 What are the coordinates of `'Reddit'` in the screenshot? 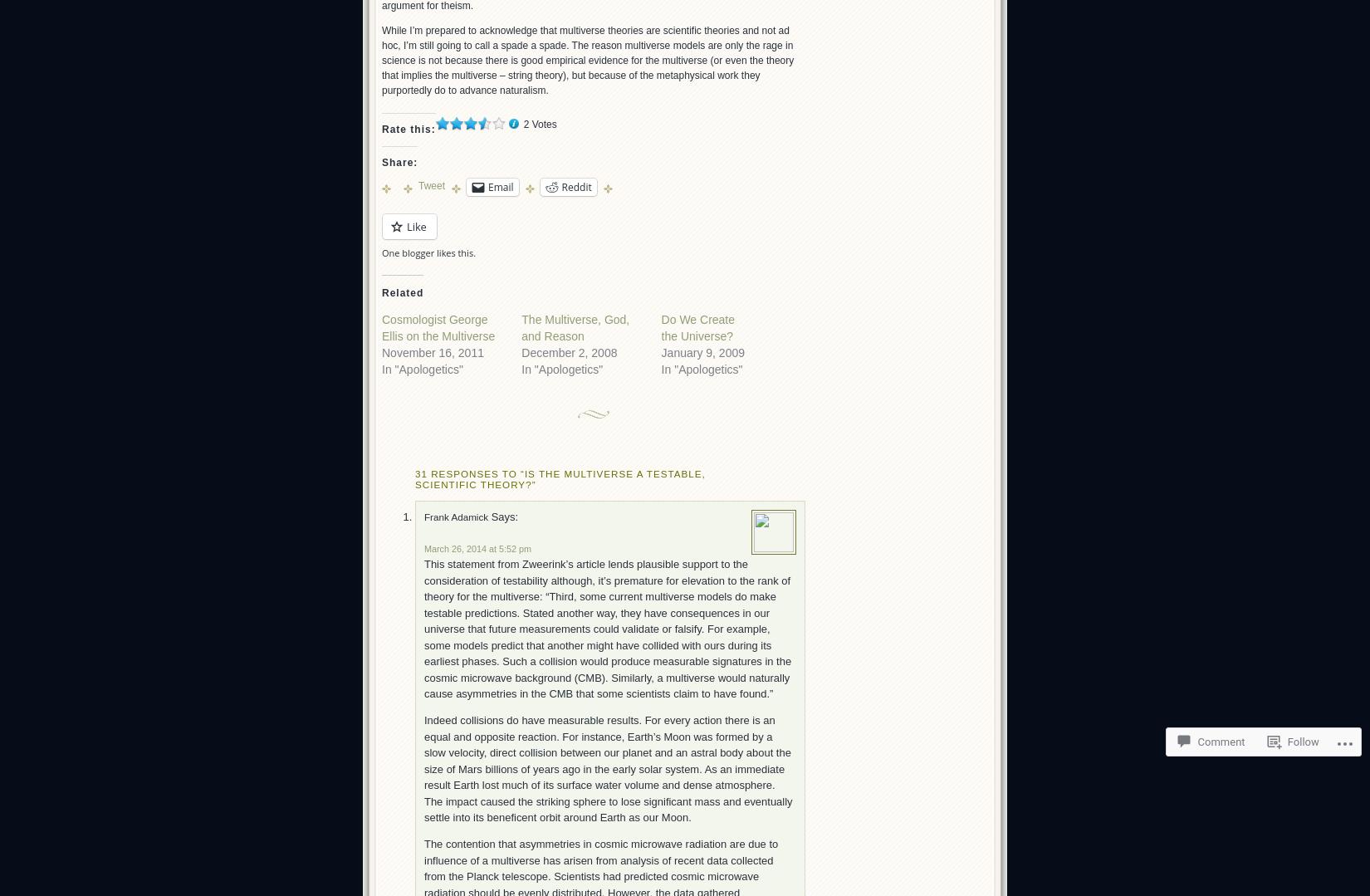 It's located at (575, 185).